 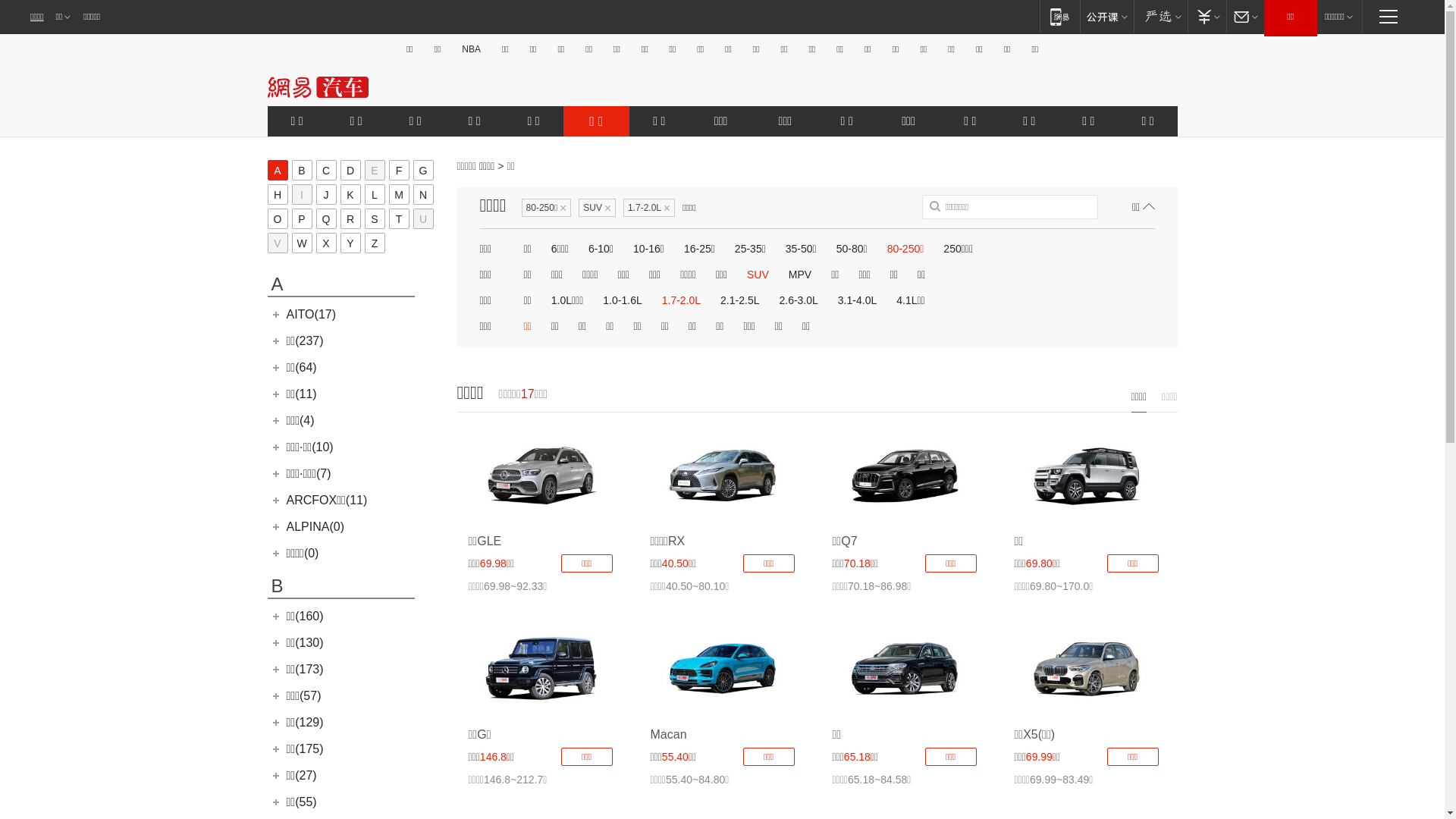 I want to click on 'SUV', so click(x=758, y=275).